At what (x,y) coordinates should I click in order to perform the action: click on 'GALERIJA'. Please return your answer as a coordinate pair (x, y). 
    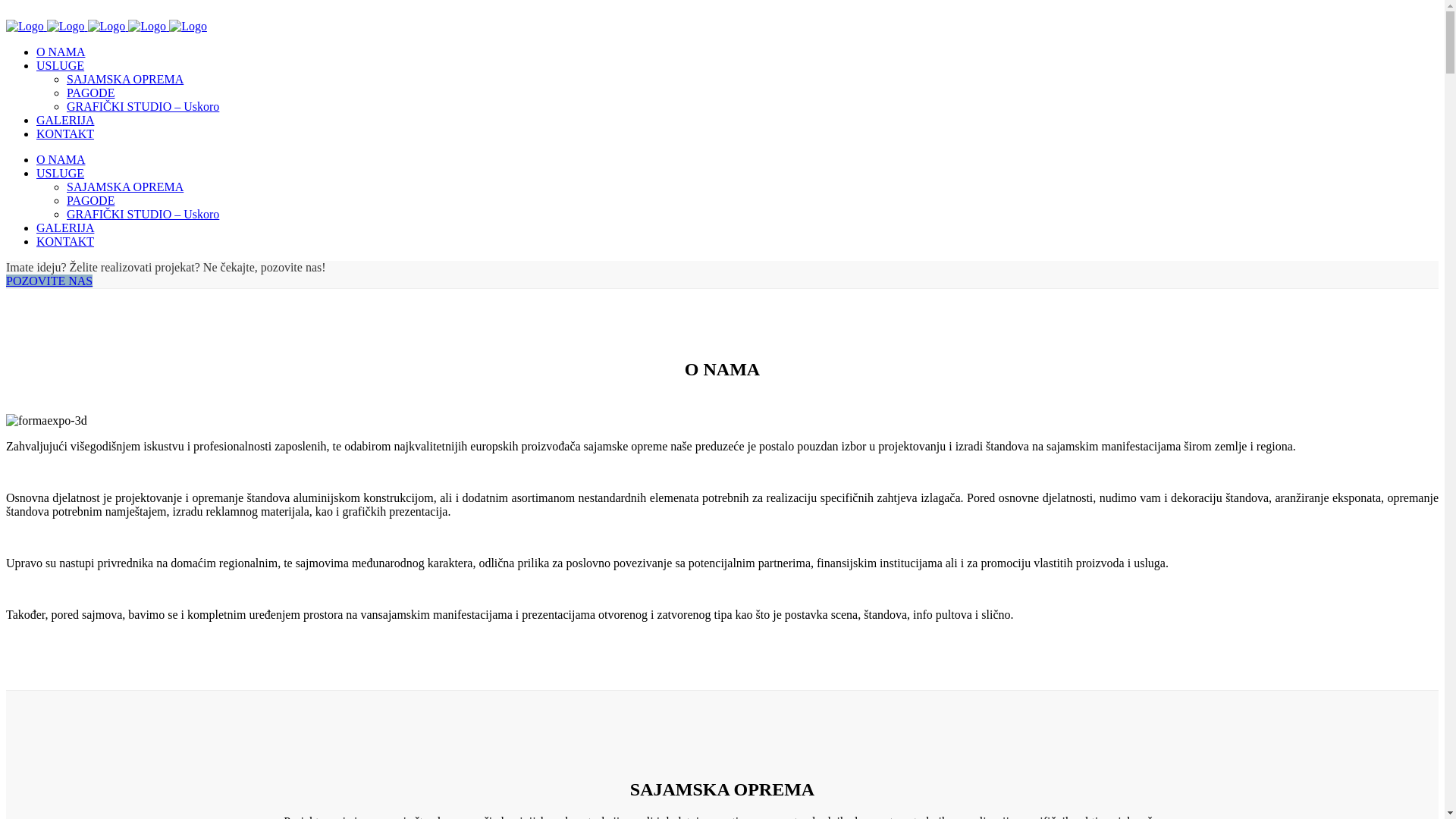
    Looking at the image, I should click on (64, 227).